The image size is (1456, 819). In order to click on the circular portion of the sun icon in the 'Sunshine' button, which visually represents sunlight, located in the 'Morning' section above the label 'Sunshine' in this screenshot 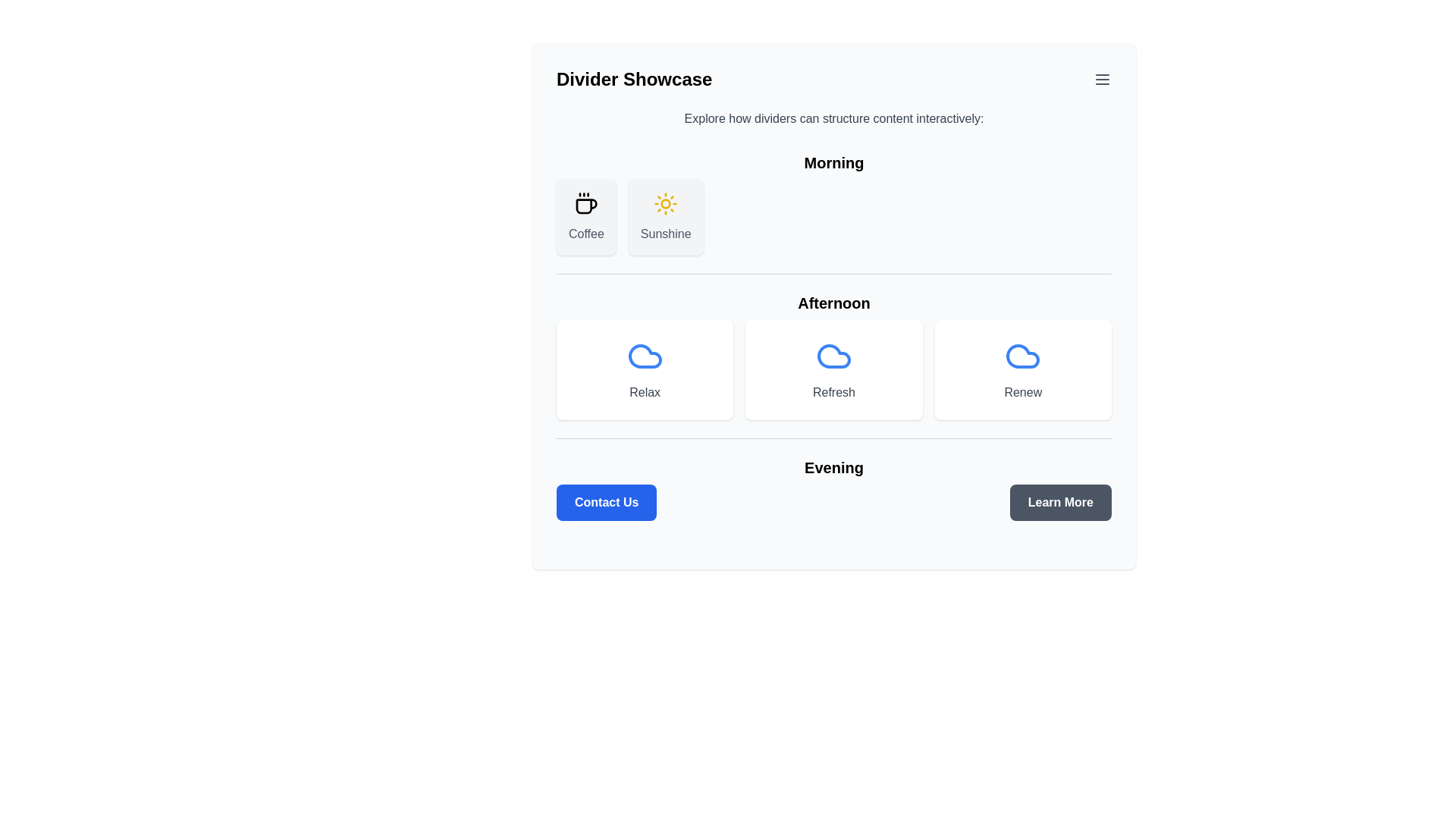, I will do `click(666, 203)`.